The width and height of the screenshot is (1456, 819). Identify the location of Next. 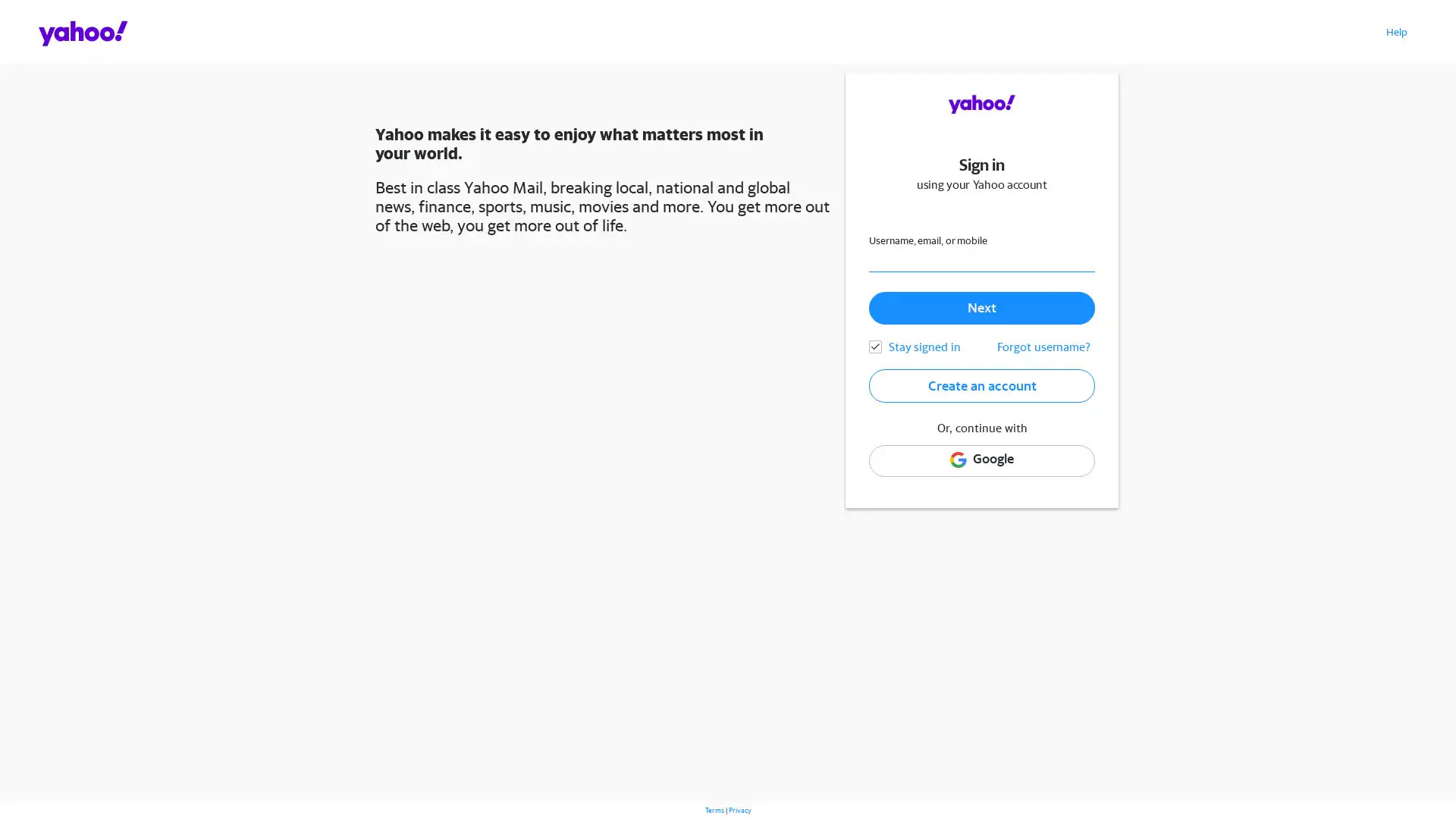
(981, 307).